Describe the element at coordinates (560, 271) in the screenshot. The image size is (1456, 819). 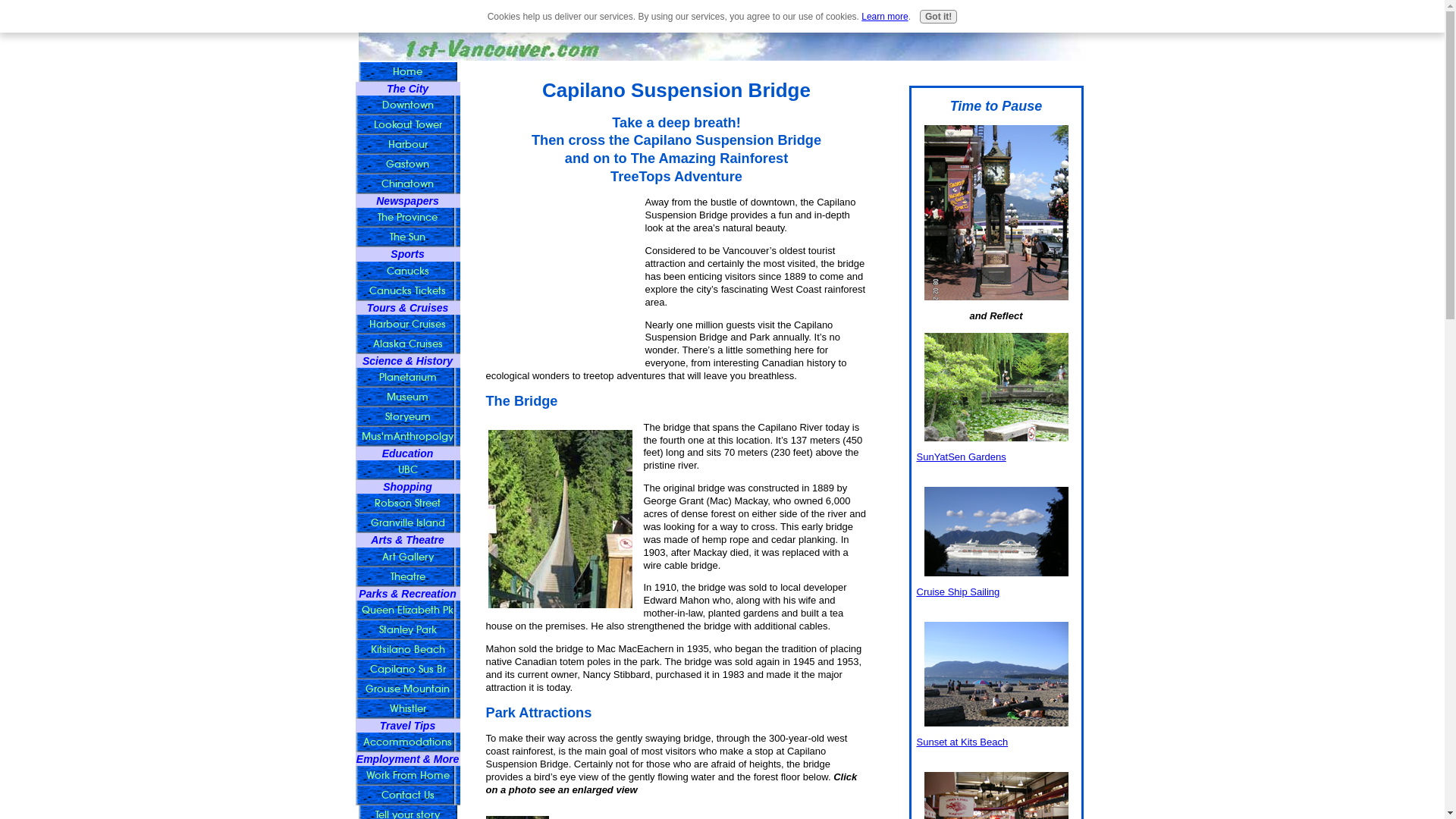
I see `'Advertisement'` at that location.